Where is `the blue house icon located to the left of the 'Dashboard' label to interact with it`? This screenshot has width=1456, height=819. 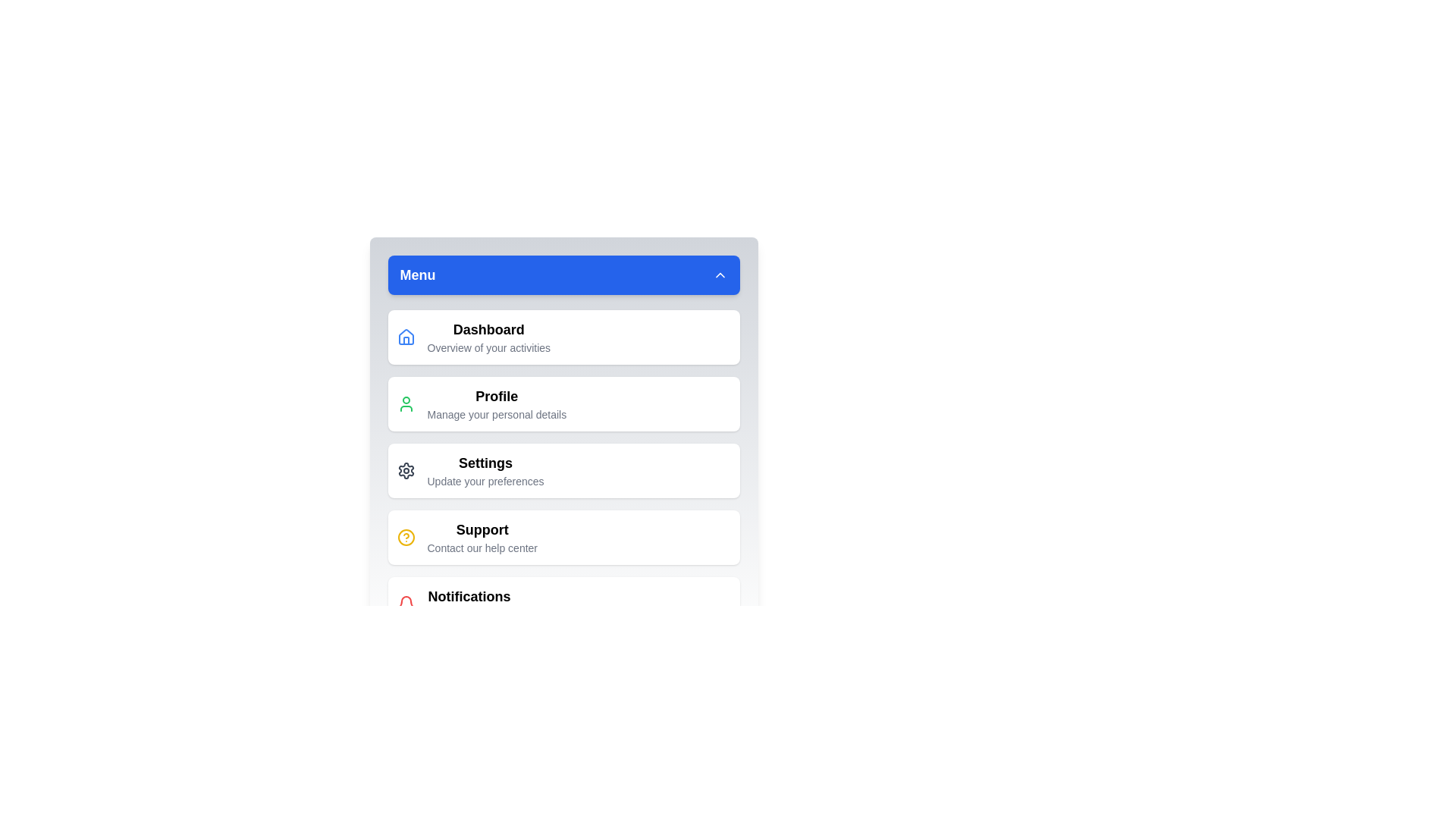
the blue house icon located to the left of the 'Dashboard' label to interact with it is located at coordinates (406, 336).